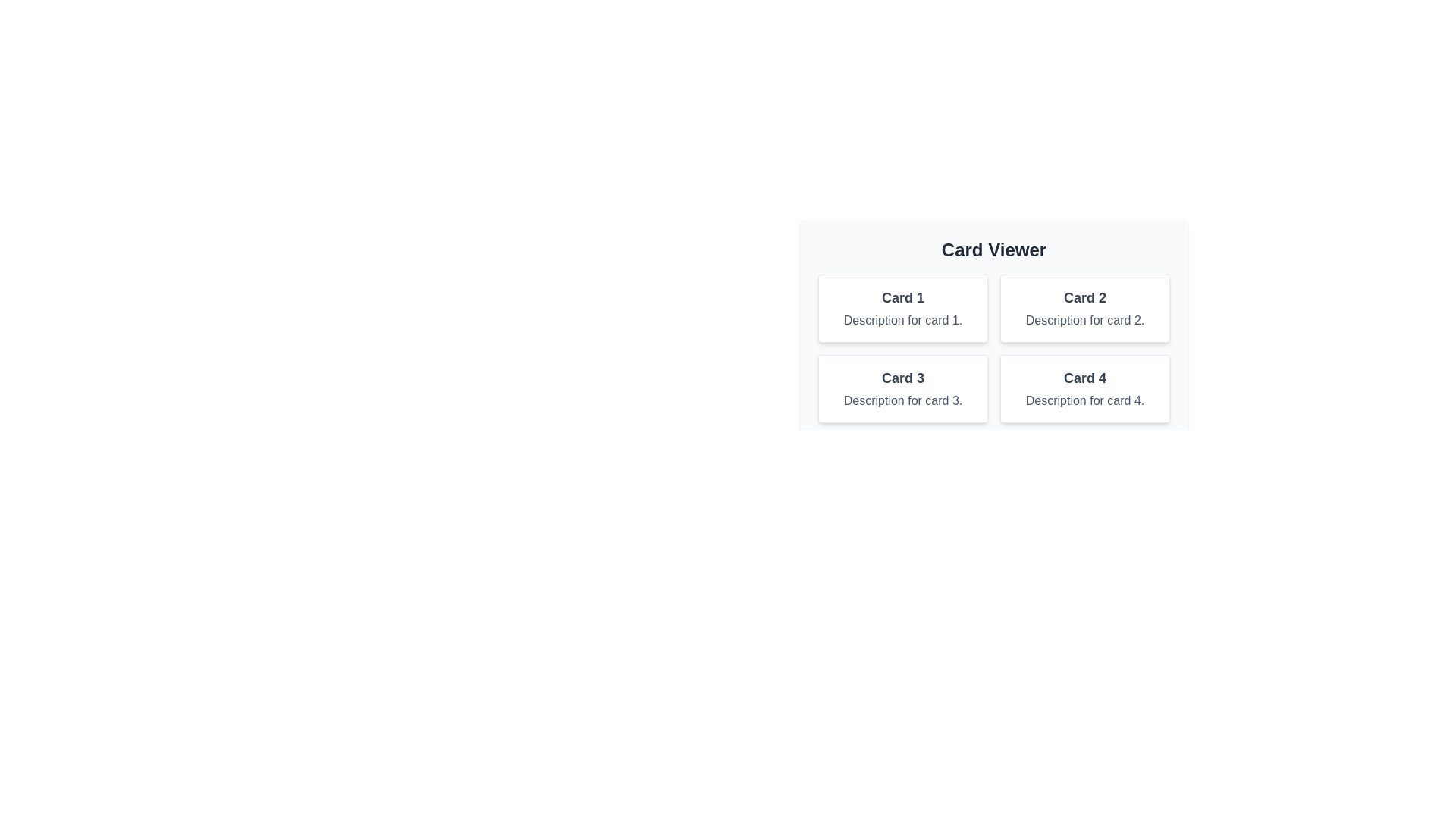 This screenshot has width=1456, height=819. What do you see at coordinates (1084, 320) in the screenshot?
I see `the text label displaying 'Description for card 2.' located within the second card, directly beneath the 'Card 2' title` at bounding box center [1084, 320].